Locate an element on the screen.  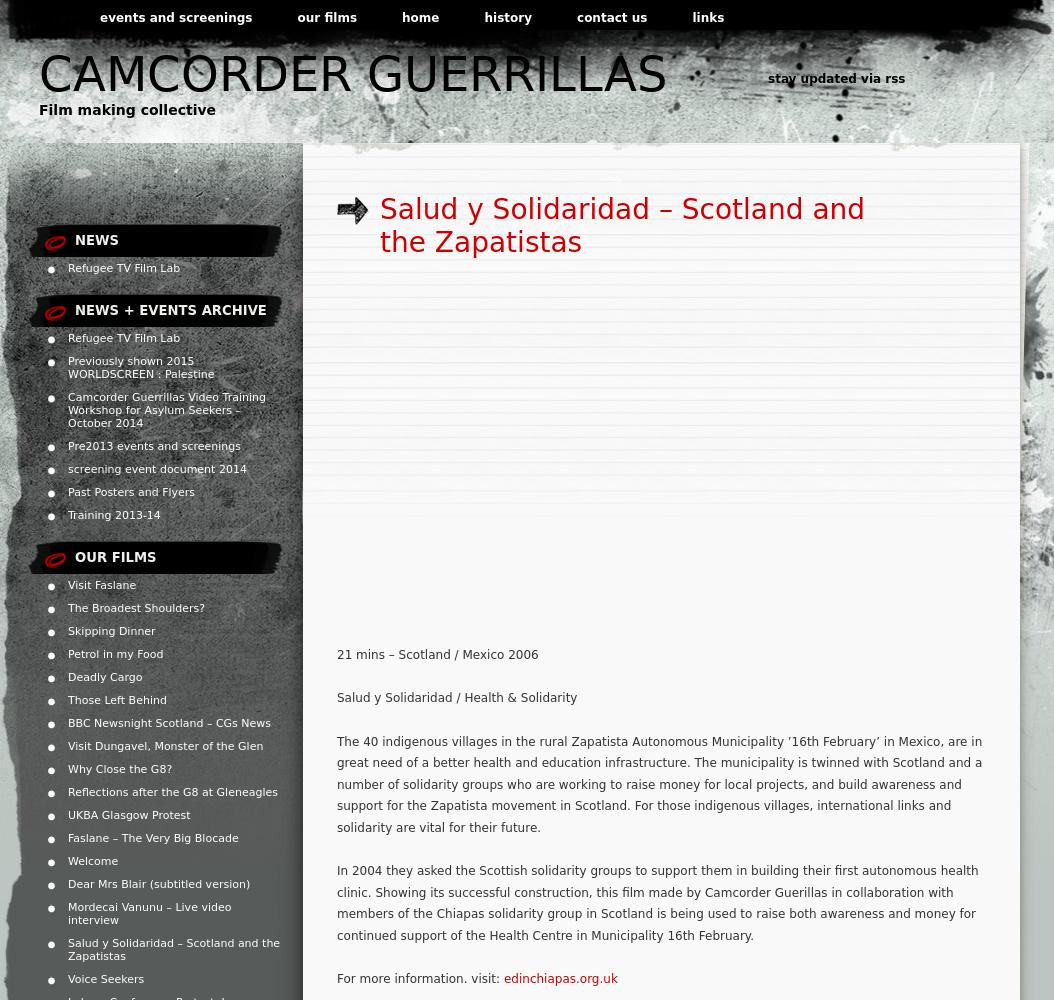
'BBC Newsnight Scotland – CGs News' is located at coordinates (168, 722).